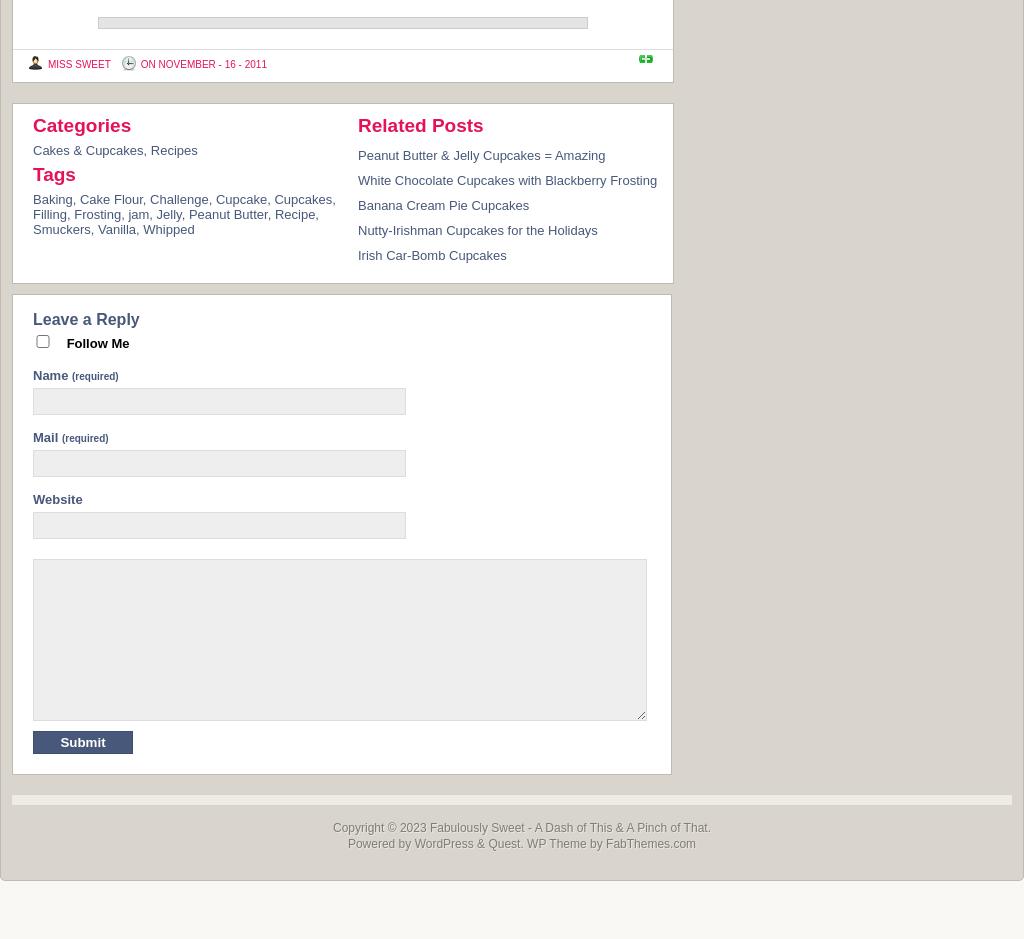 This screenshot has width=1024, height=939. I want to click on 'Cupcakes', so click(274, 197).